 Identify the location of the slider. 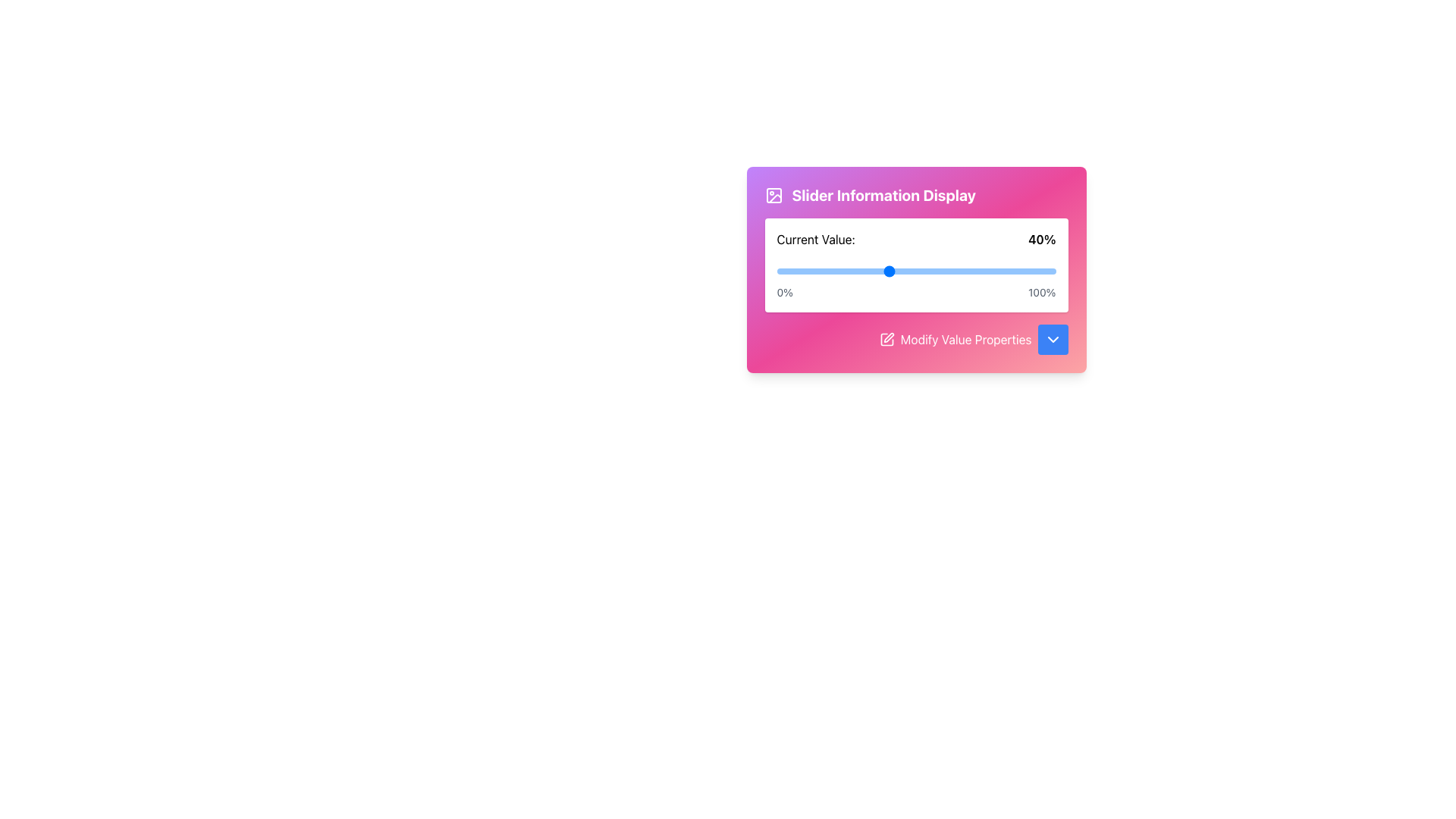
(1033, 271).